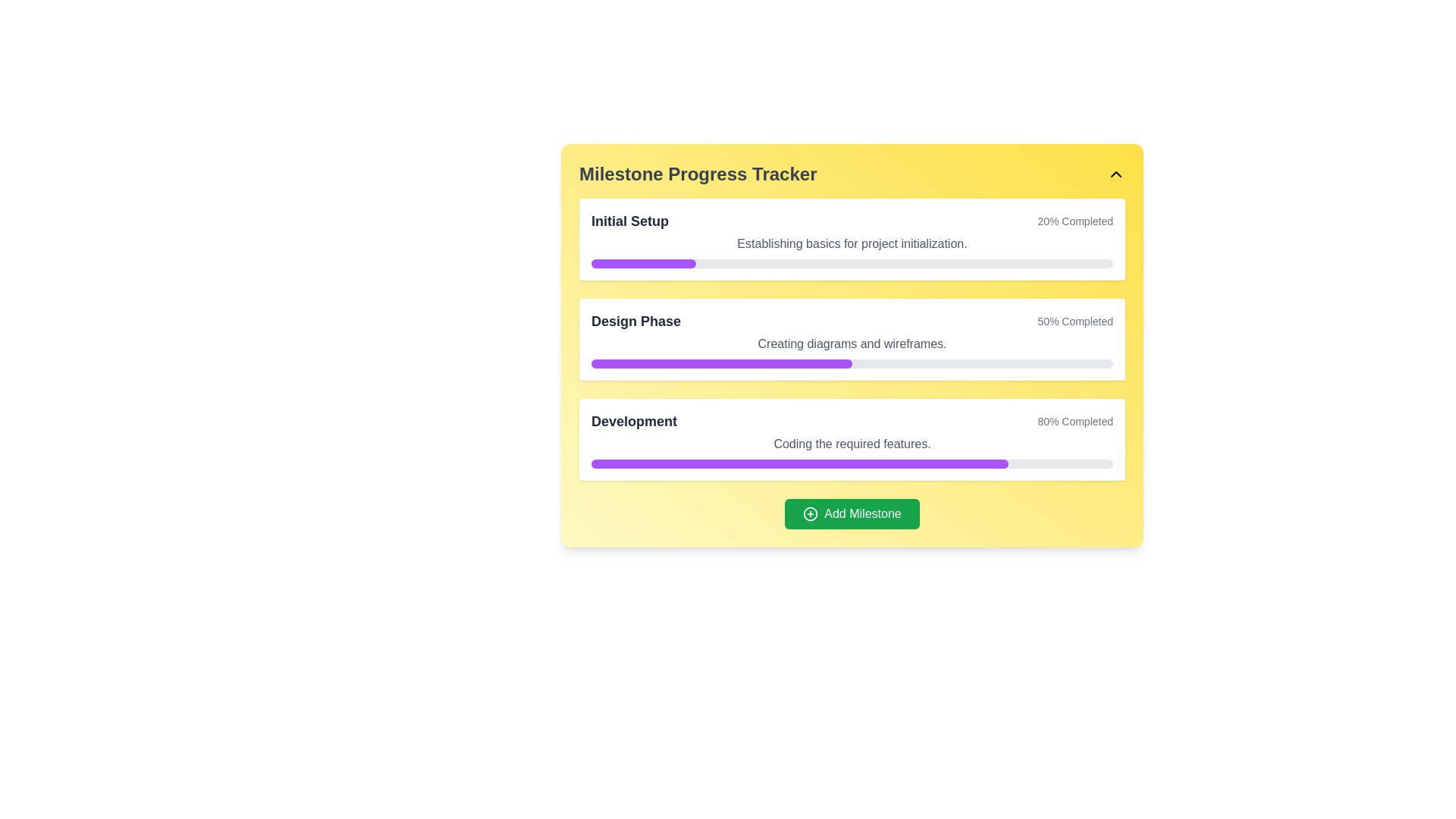 This screenshot has height=819, width=1456. Describe the element at coordinates (852, 363) in the screenshot. I see `the progress visually by focusing on the horizontal progress bar located at the lower portion of the 'Design Phase' card, which indicates completion with a filled purple portion` at that location.